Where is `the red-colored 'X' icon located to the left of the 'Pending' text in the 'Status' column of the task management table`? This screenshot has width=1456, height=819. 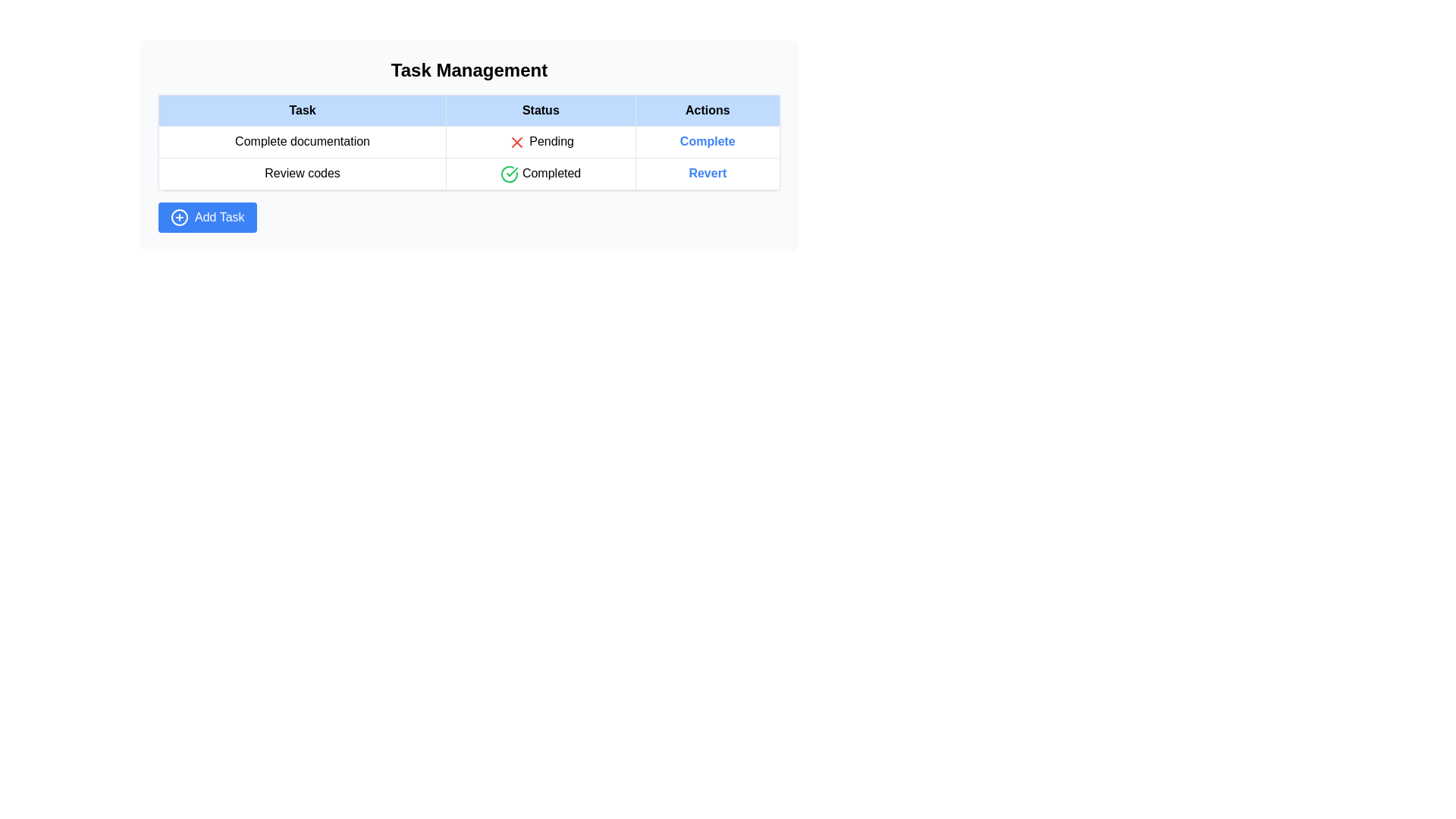
the red-colored 'X' icon located to the left of the 'Pending' text in the 'Status' column of the task management table is located at coordinates (516, 142).